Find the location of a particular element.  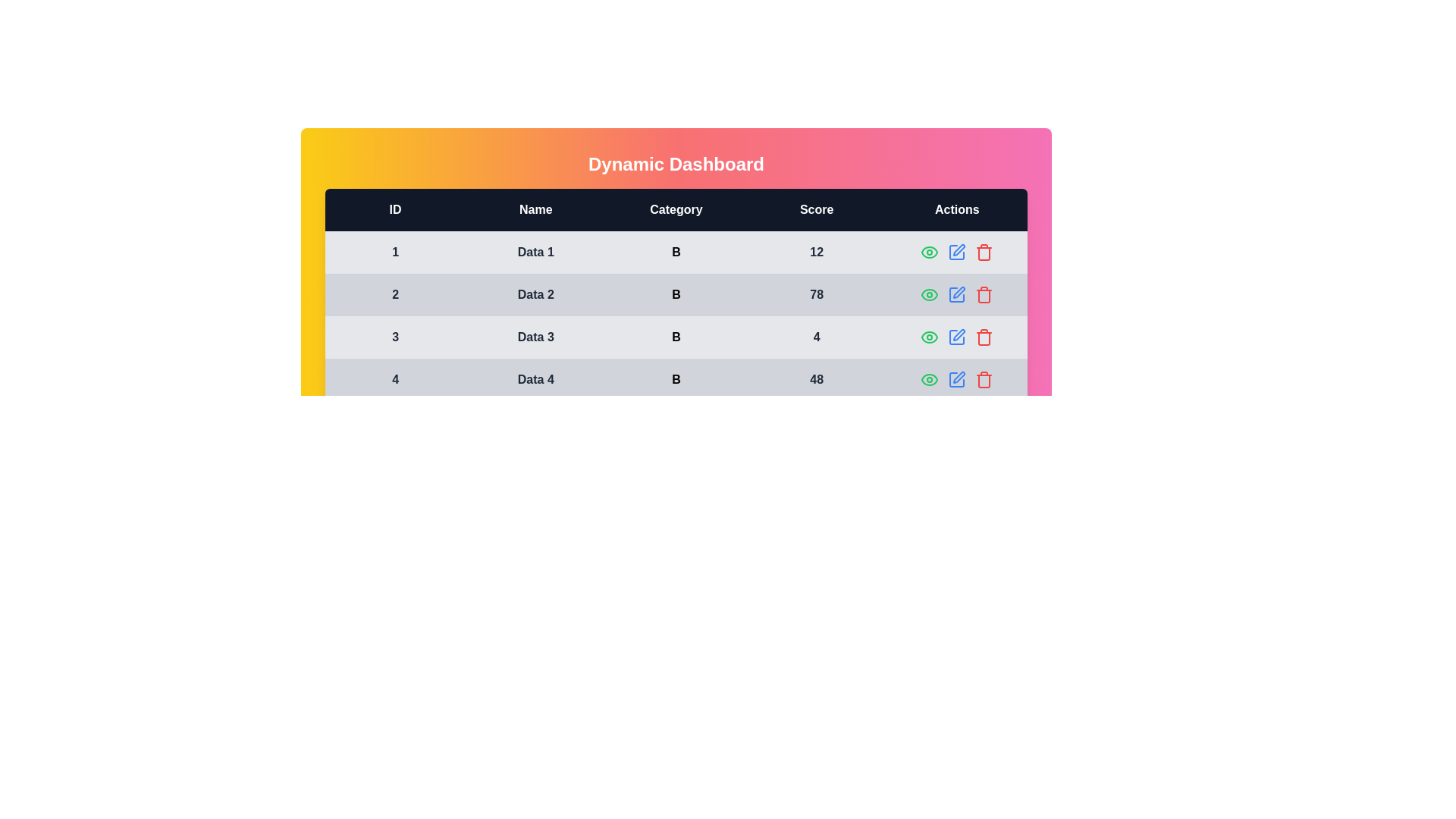

the row corresponding to 2 is located at coordinates (676, 295).